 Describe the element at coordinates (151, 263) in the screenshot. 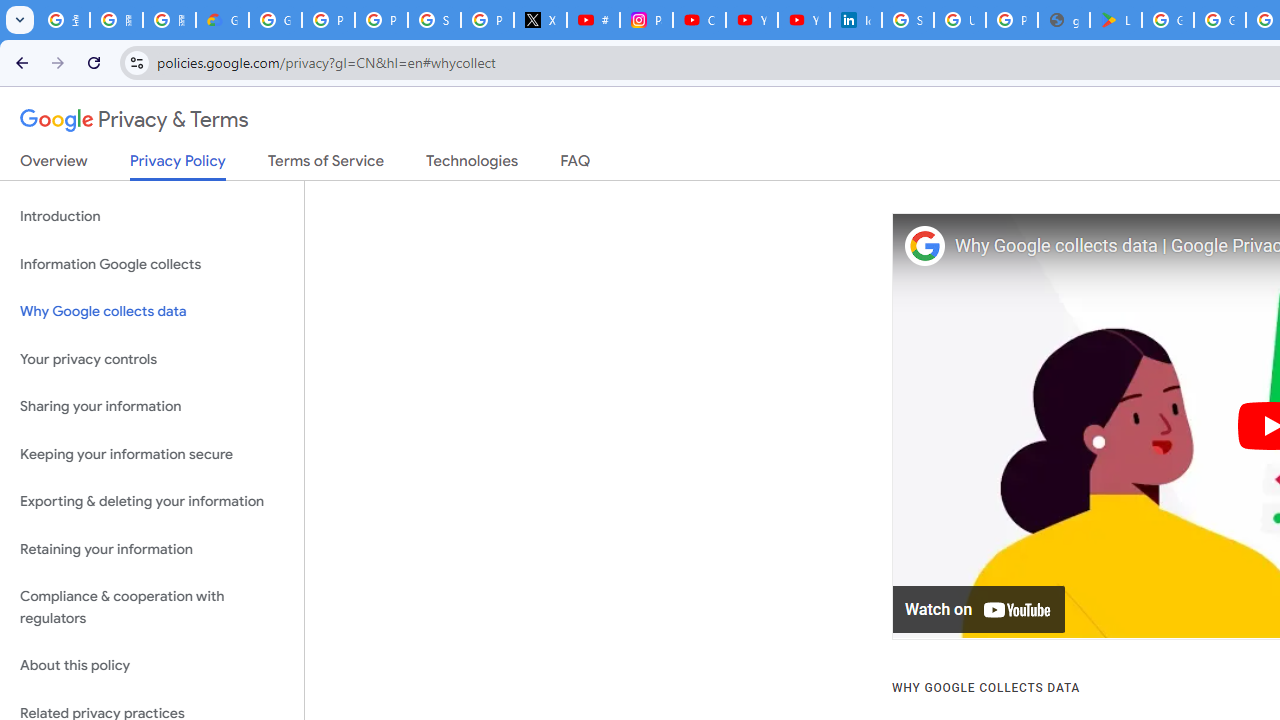

I see `'Information Google collects'` at that location.